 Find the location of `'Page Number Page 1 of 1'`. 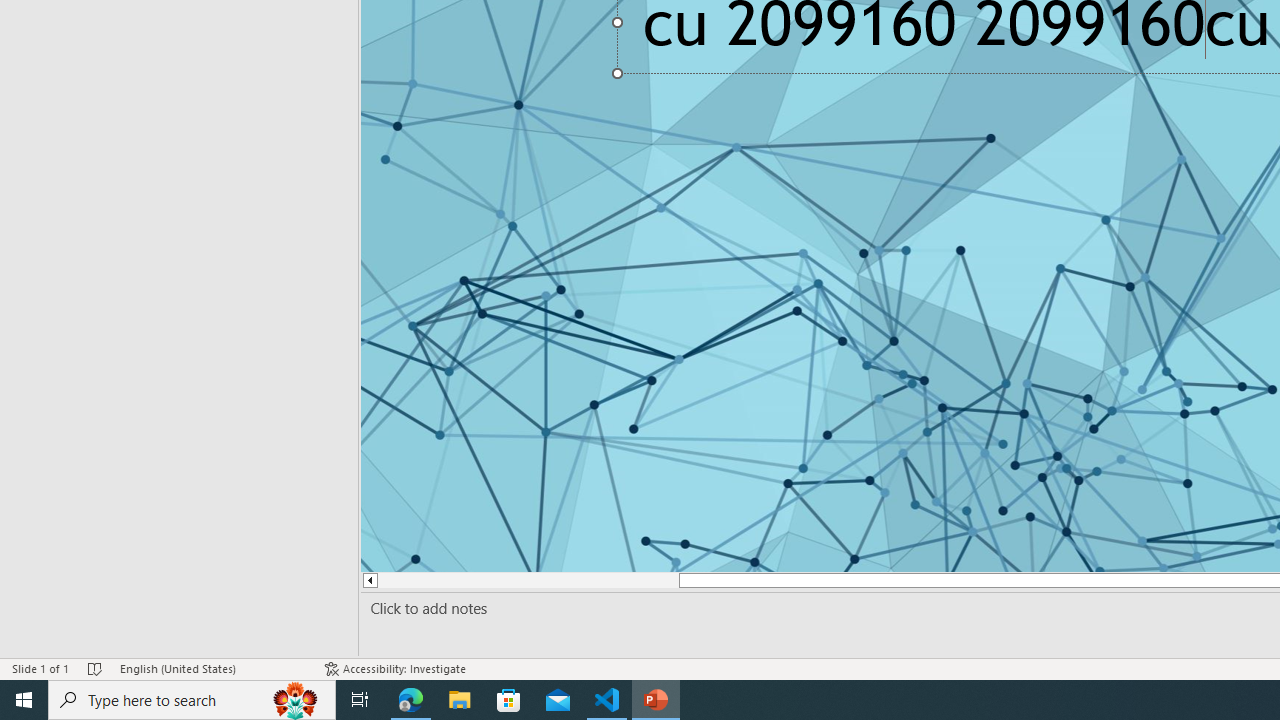

'Page Number Page 1 of 1' is located at coordinates (55, 640).